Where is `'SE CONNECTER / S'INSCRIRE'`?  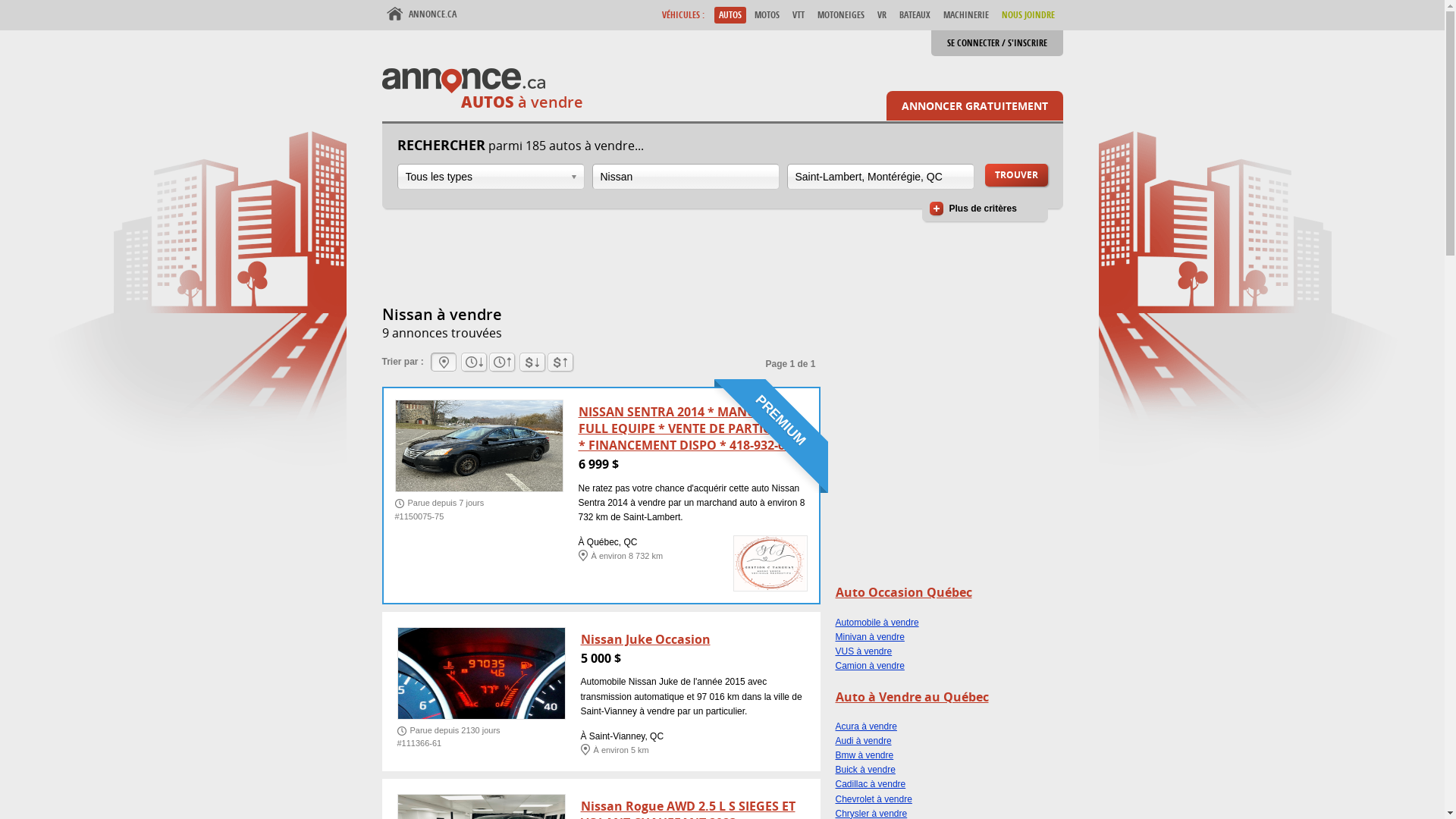 'SE CONNECTER / S'INSCRIRE' is located at coordinates (997, 42).